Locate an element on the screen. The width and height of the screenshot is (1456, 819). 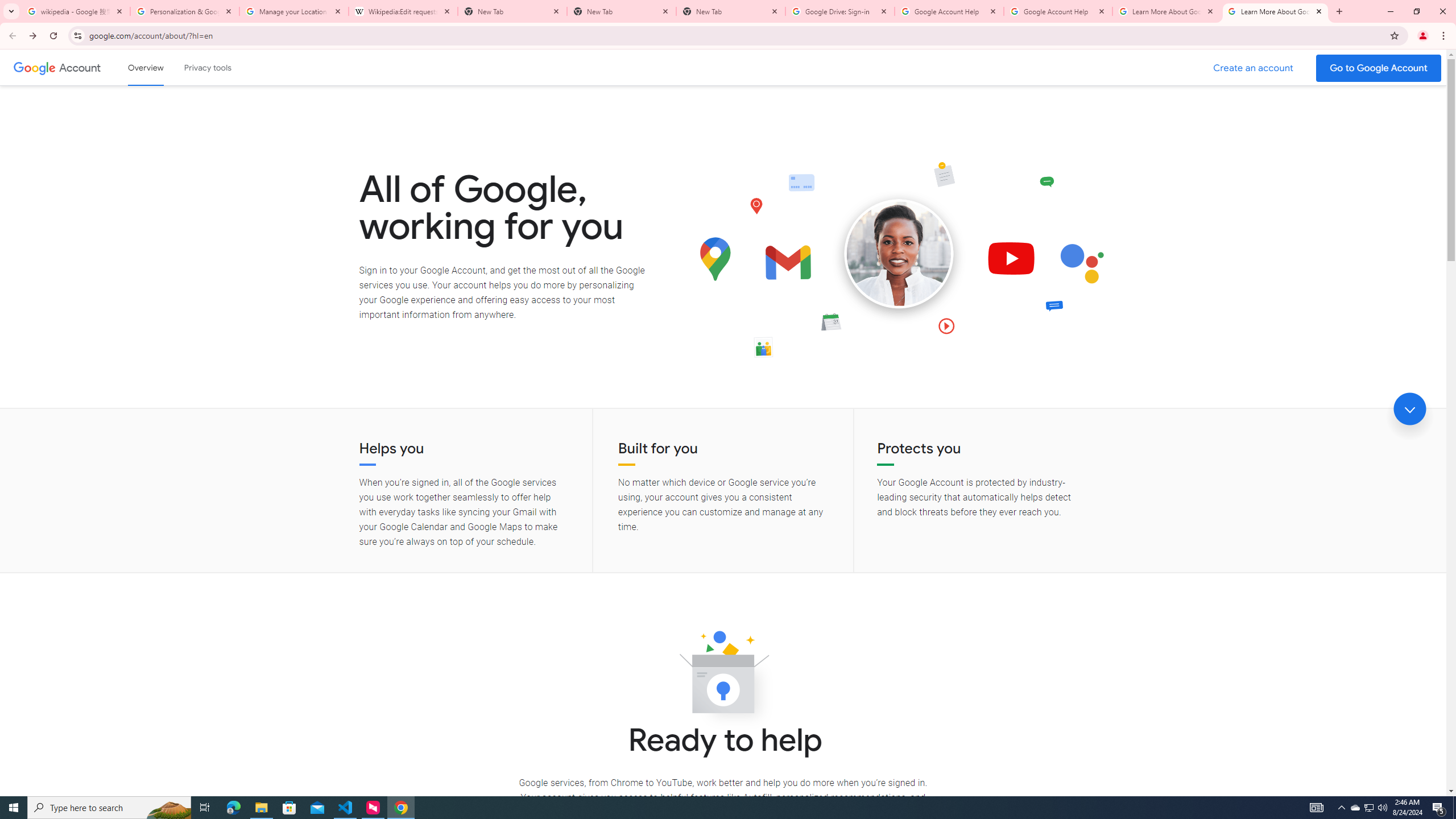
'Create a Google Account' is located at coordinates (1254, 68).